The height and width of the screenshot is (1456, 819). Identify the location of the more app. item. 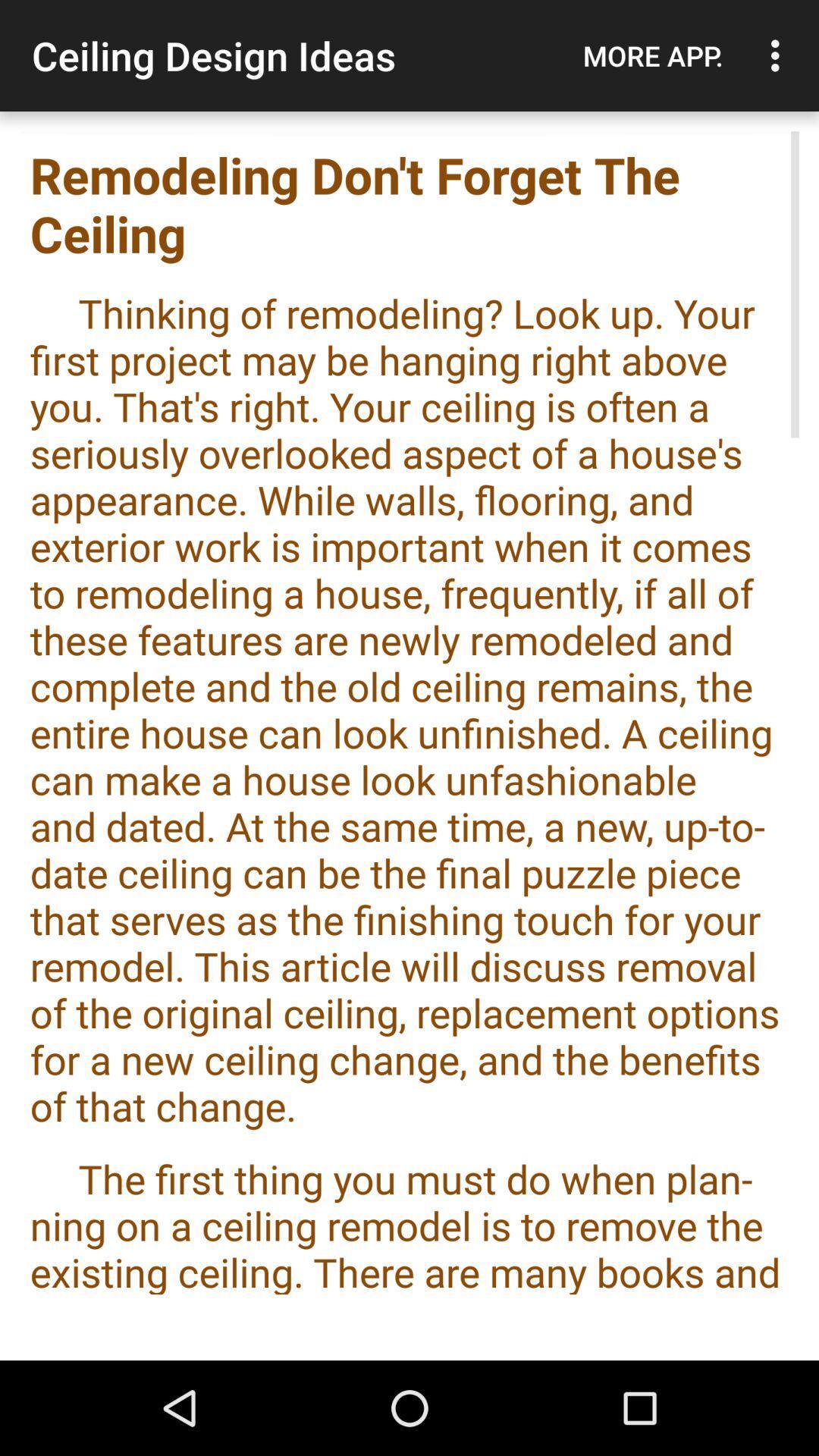
(652, 55).